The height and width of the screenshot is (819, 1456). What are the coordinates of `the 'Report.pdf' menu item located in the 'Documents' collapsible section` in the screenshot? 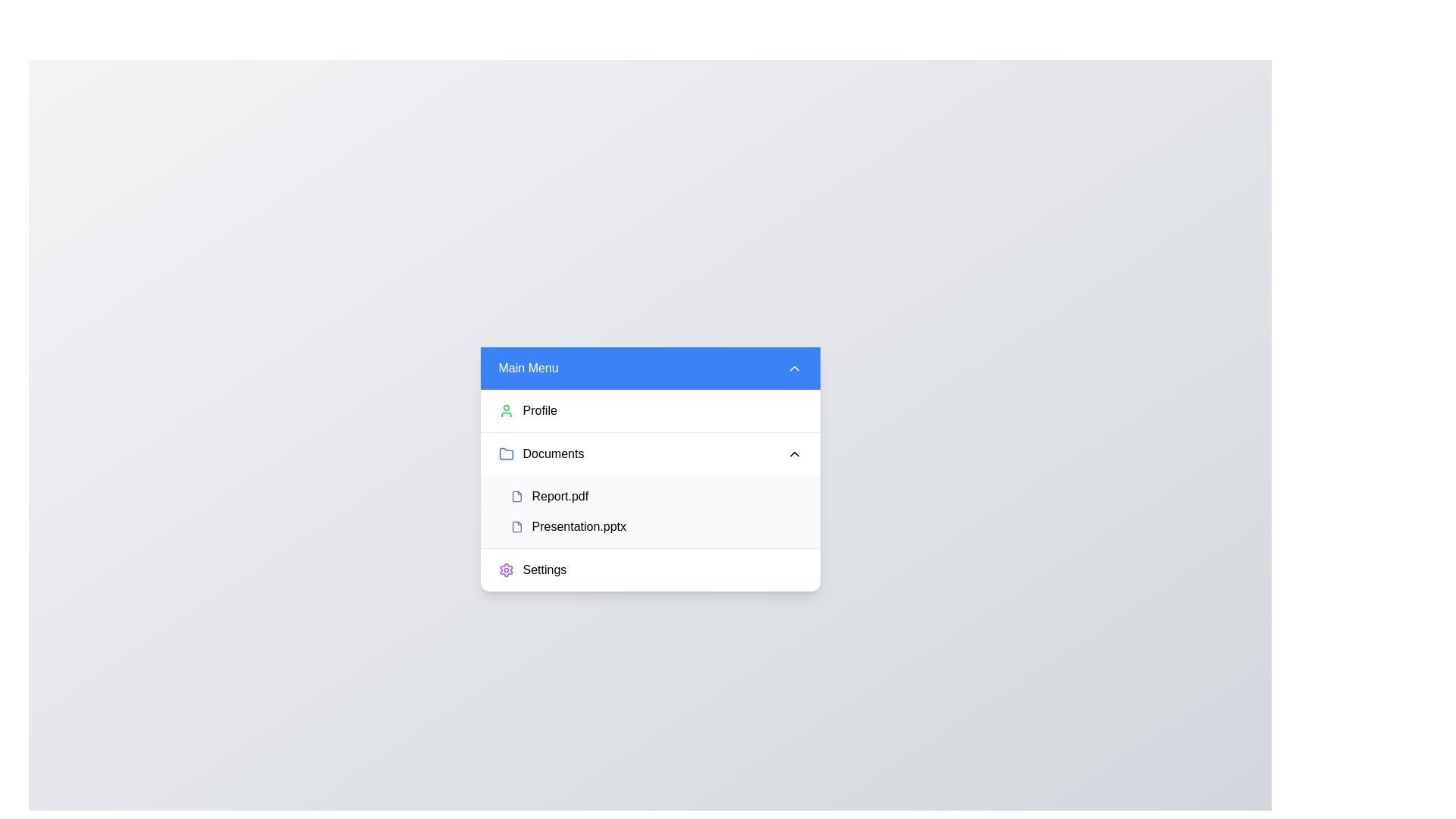 It's located at (650, 490).